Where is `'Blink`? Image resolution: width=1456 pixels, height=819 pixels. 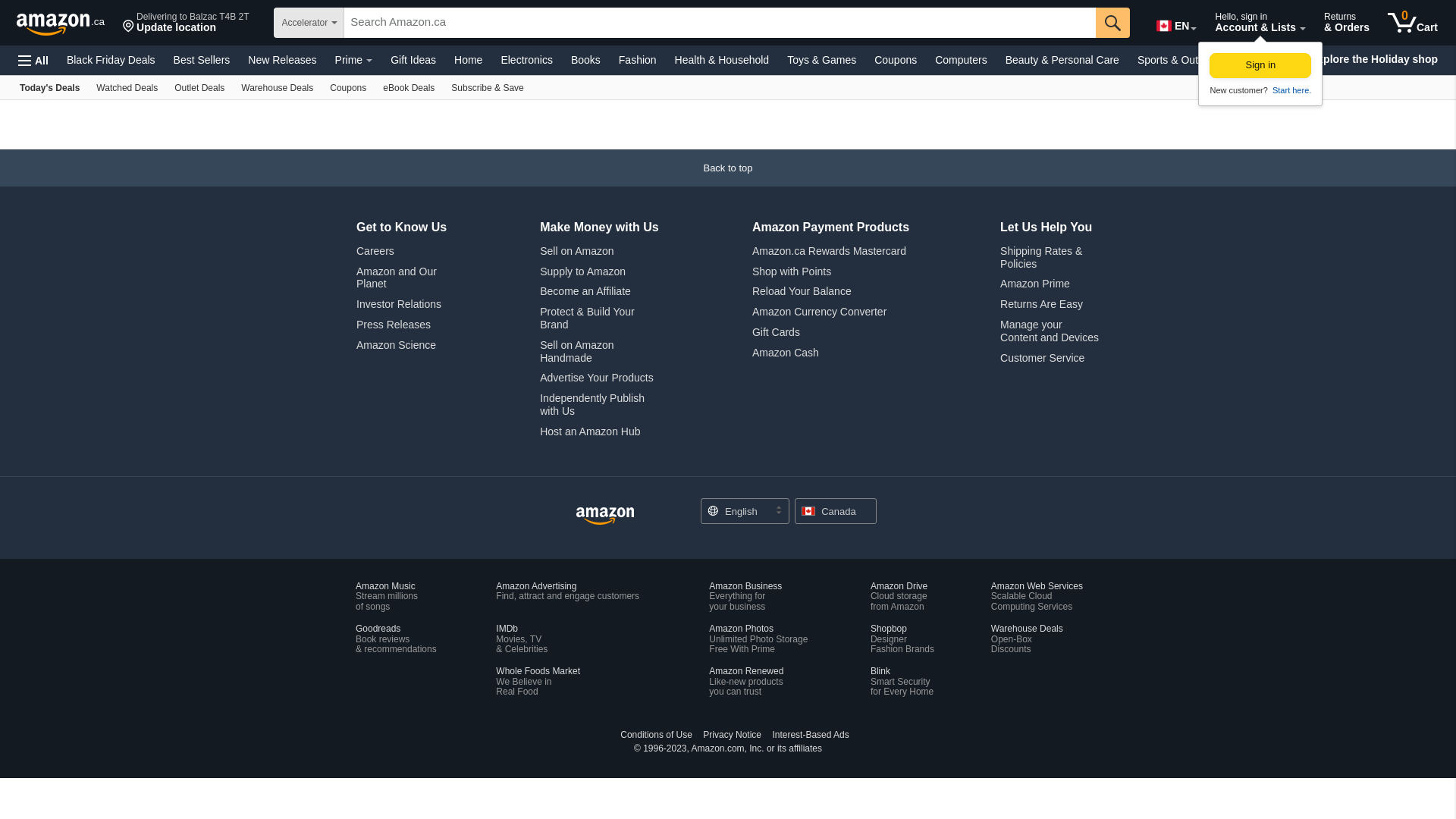
'Blink is located at coordinates (902, 680).